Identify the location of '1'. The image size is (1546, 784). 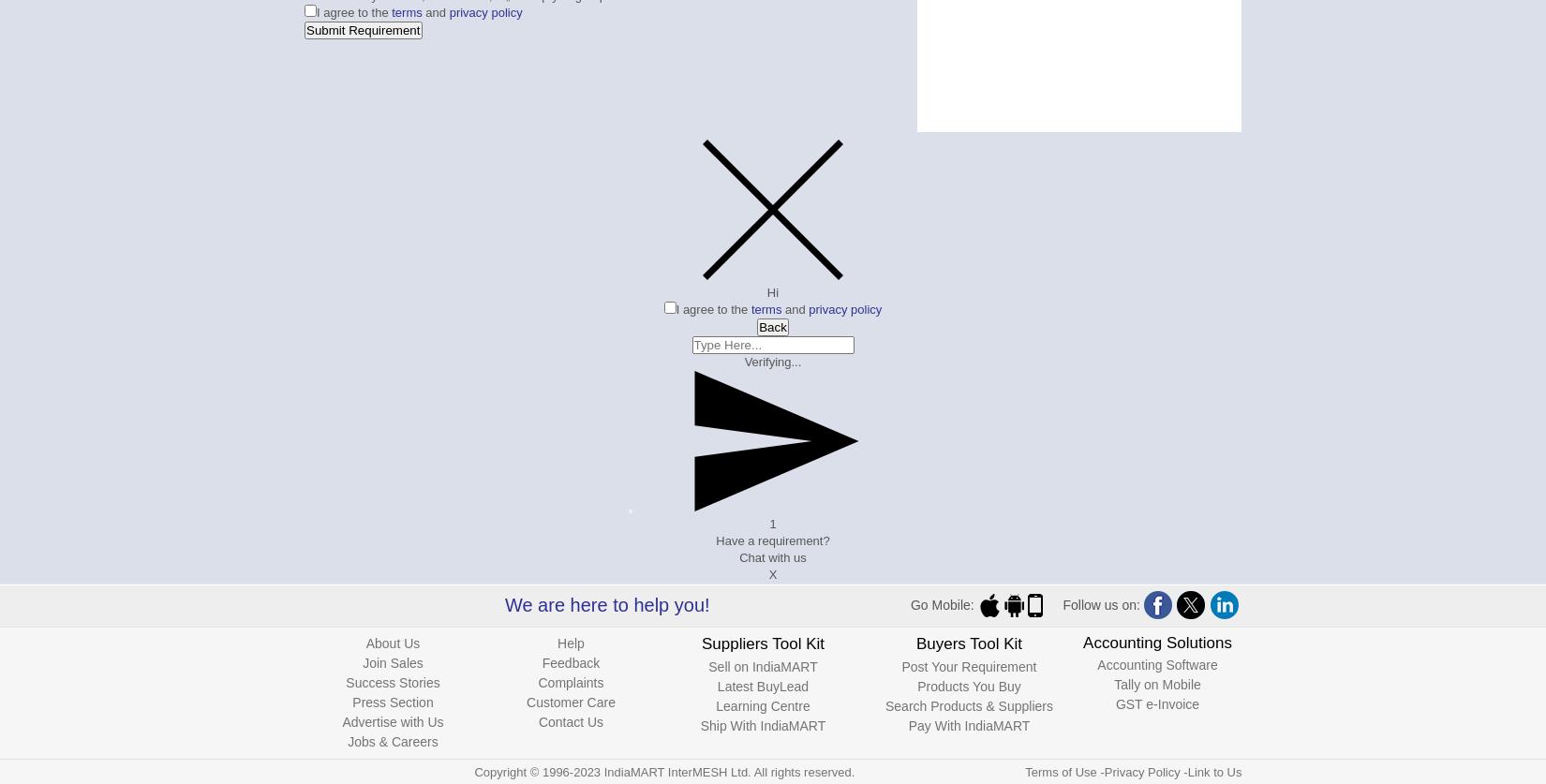
(771, 524).